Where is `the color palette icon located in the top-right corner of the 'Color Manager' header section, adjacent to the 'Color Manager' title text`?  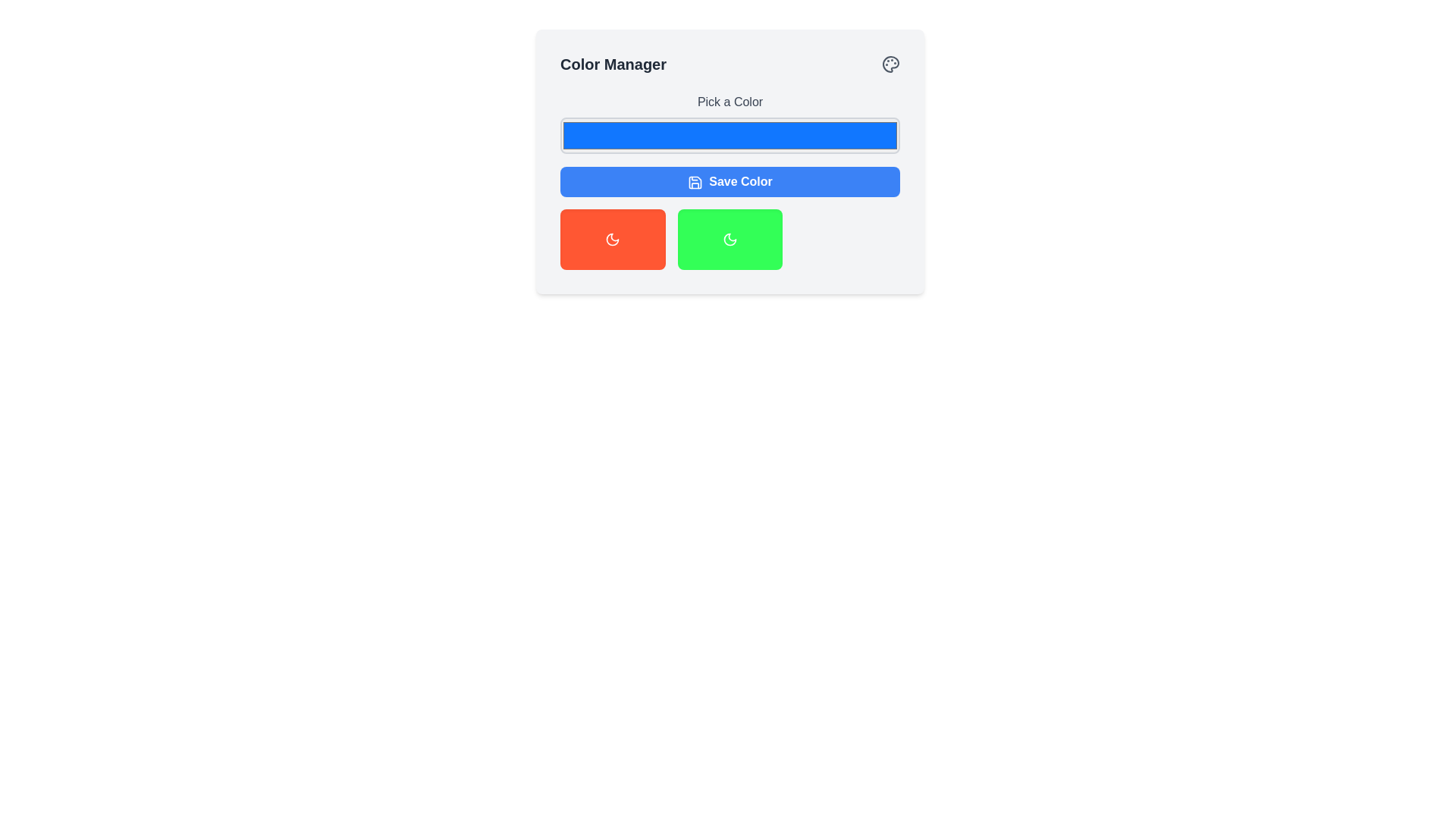 the color palette icon located in the top-right corner of the 'Color Manager' header section, adjacent to the 'Color Manager' title text is located at coordinates (891, 63).